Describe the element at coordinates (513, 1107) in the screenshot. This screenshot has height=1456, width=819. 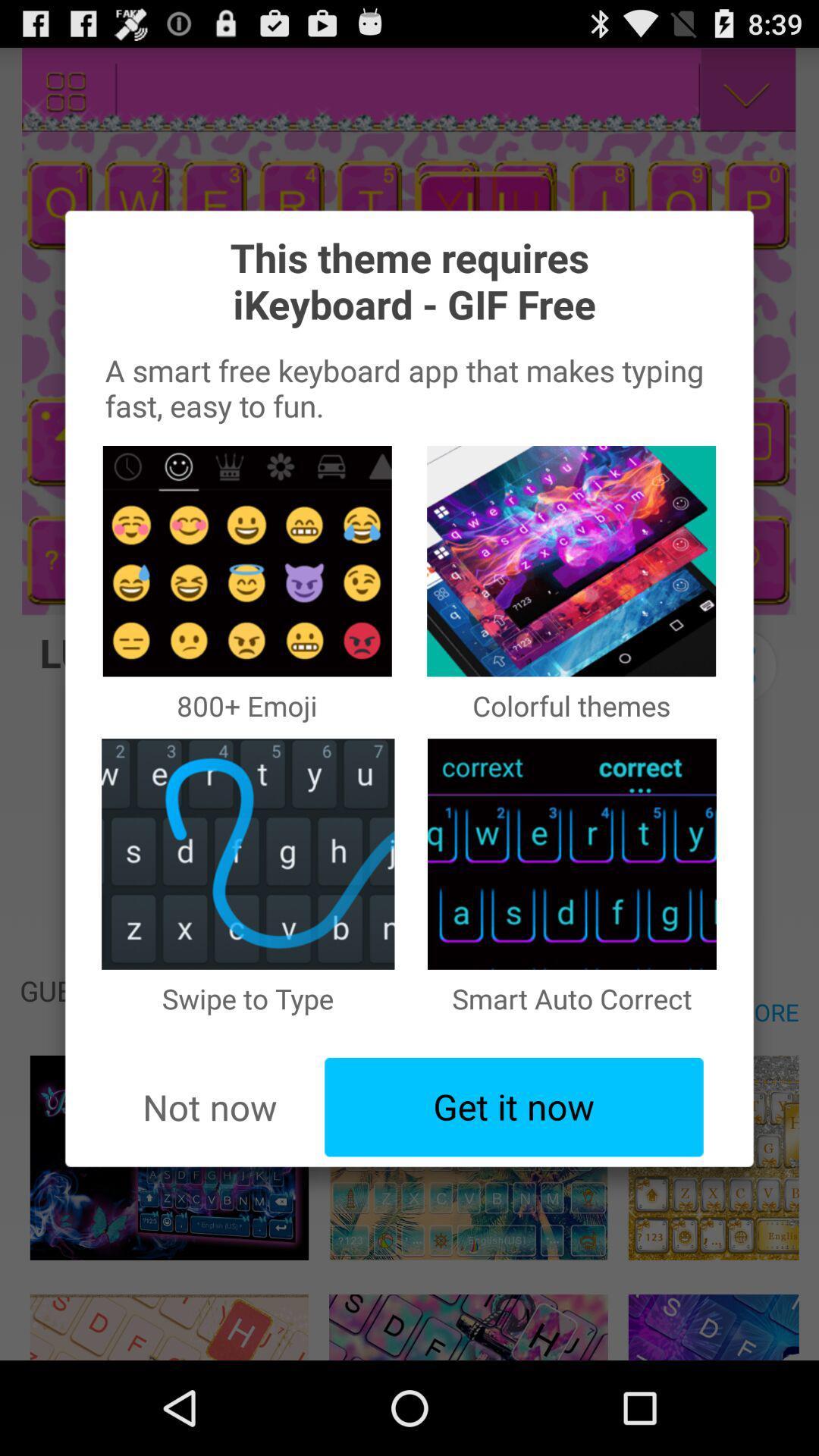
I see `the icon next to the not now item` at that location.